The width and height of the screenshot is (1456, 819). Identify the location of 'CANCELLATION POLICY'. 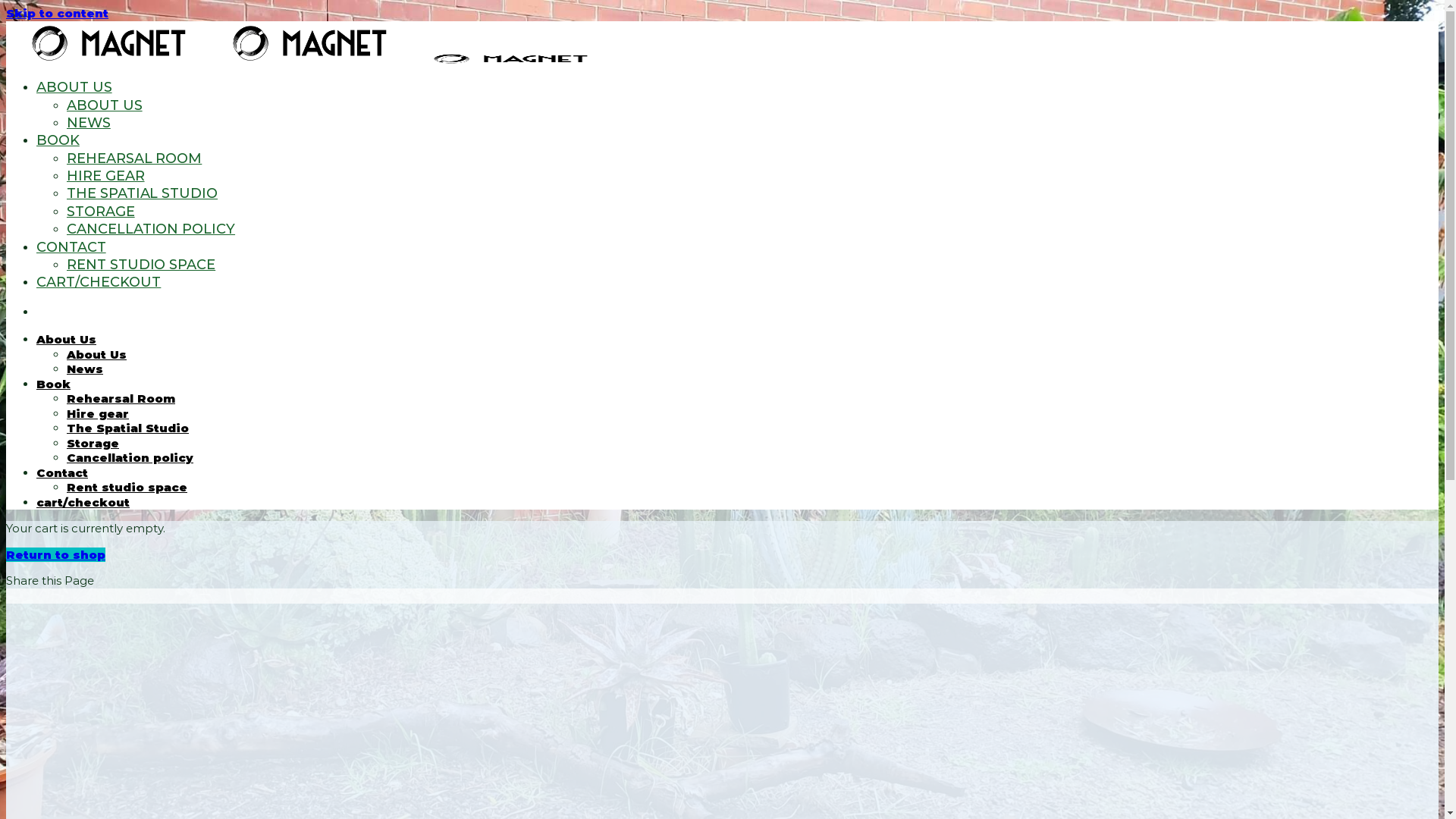
(150, 228).